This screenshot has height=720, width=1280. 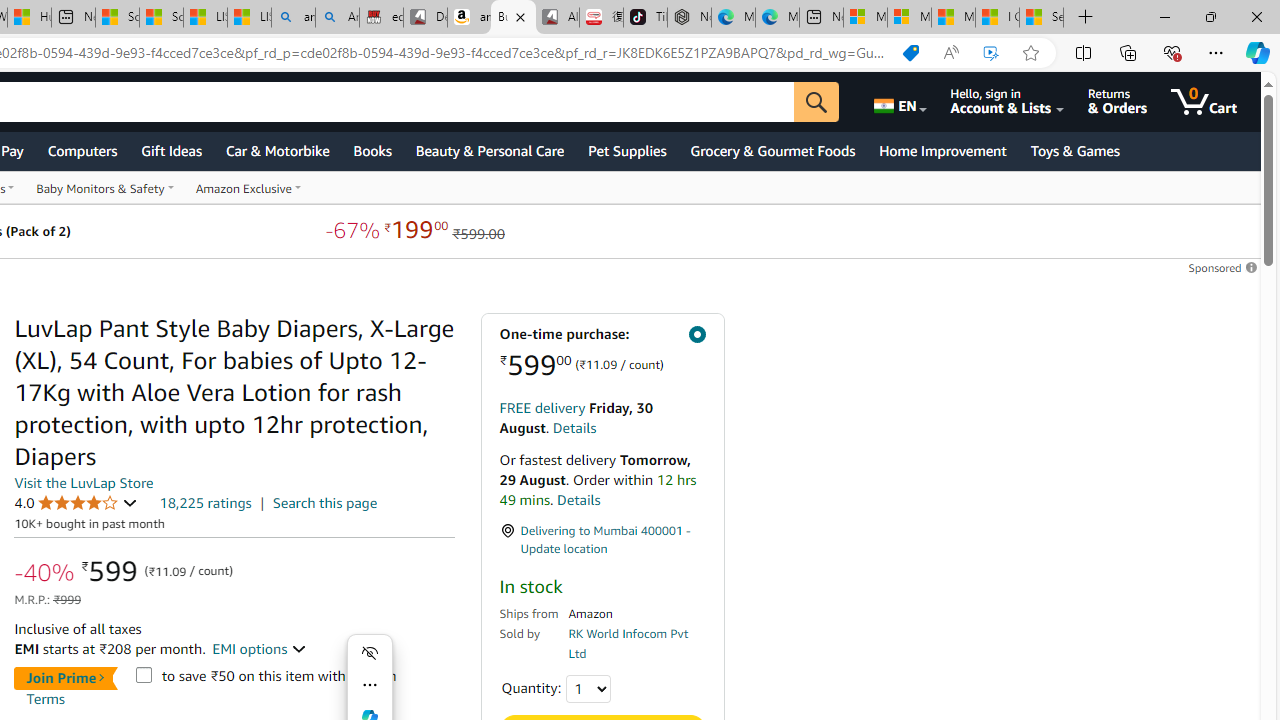 I want to click on 'amazon.in/dp/B0CX59H5W7/?tag=gsmcom05-21', so click(x=468, y=17).